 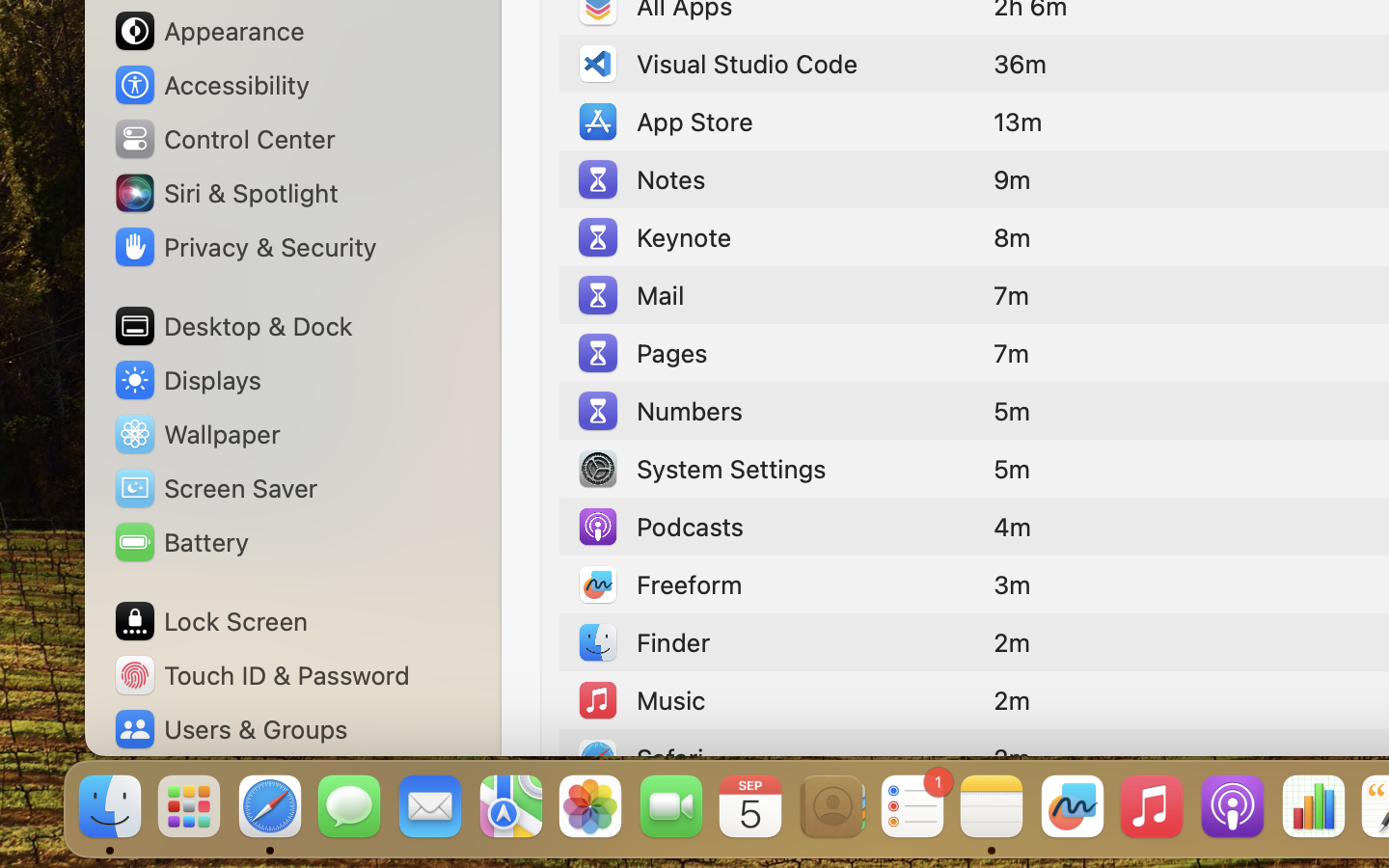 I want to click on 'Touch ID & Password', so click(x=260, y=674).